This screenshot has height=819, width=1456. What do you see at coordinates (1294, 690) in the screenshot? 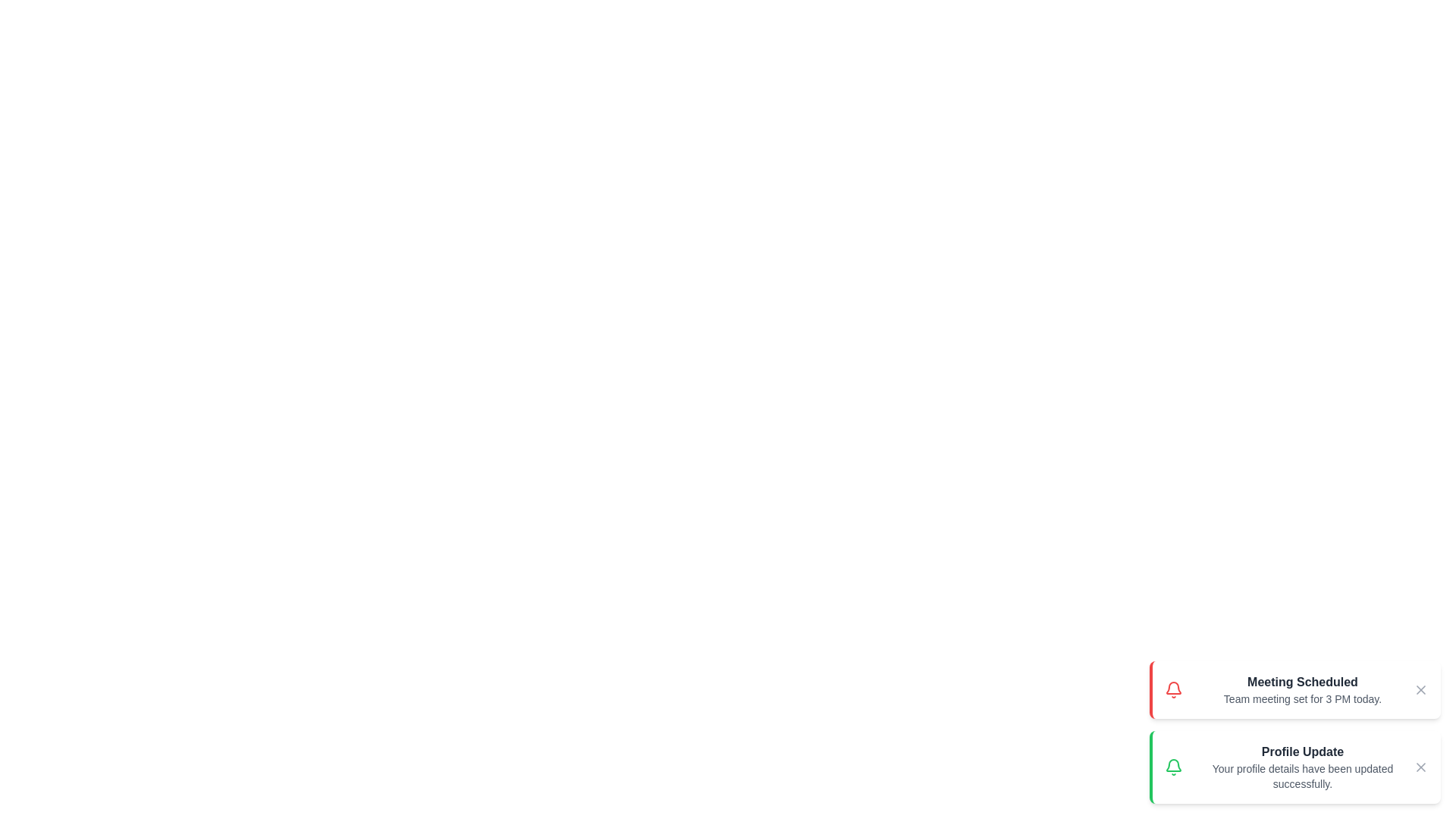
I see `the 'Meeting Scheduled' notification to observe the hover effect` at bounding box center [1294, 690].